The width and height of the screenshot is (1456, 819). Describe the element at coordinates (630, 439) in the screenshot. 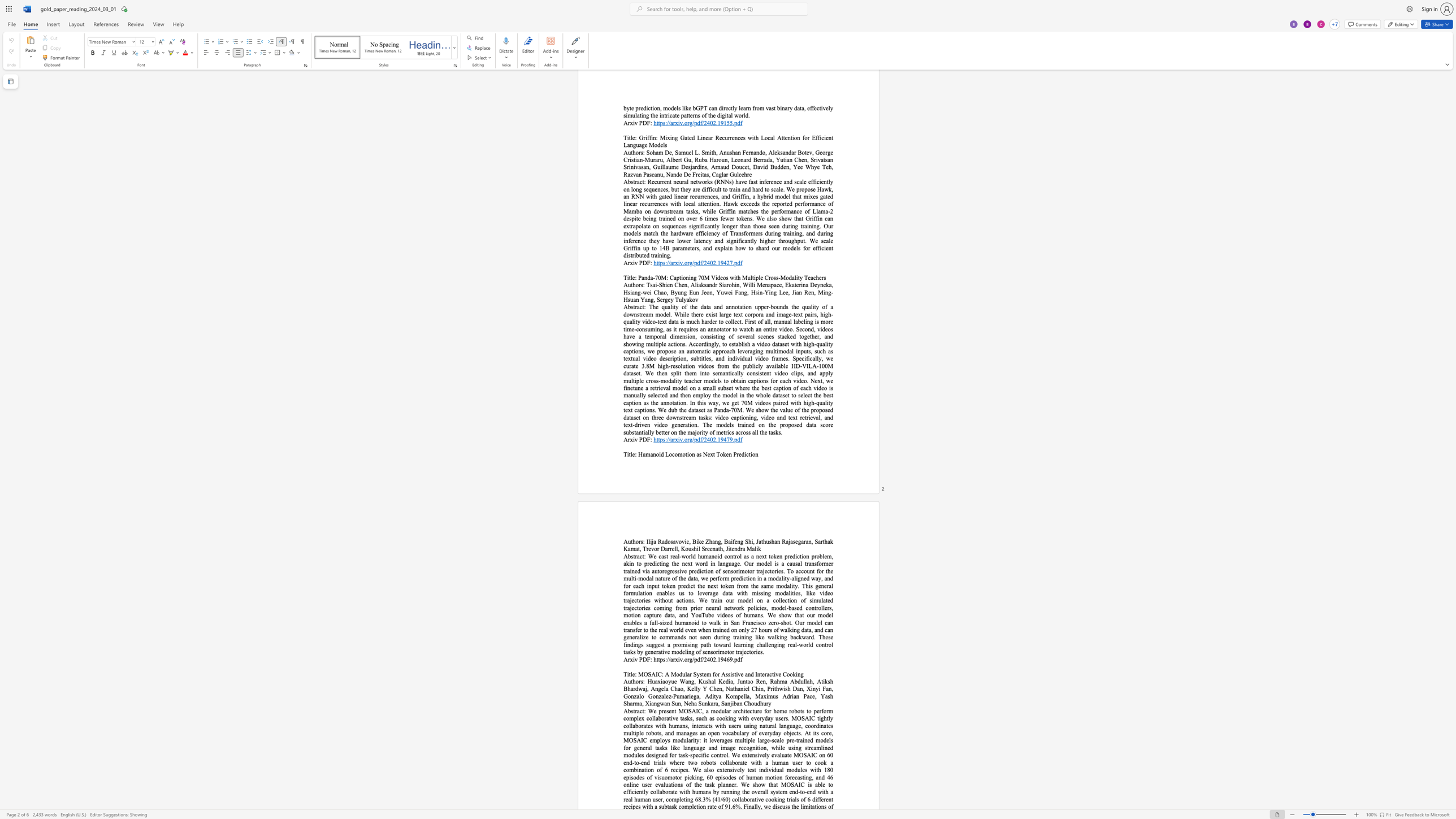

I see `the space between the continuous character "r" and "x" in the text` at that location.